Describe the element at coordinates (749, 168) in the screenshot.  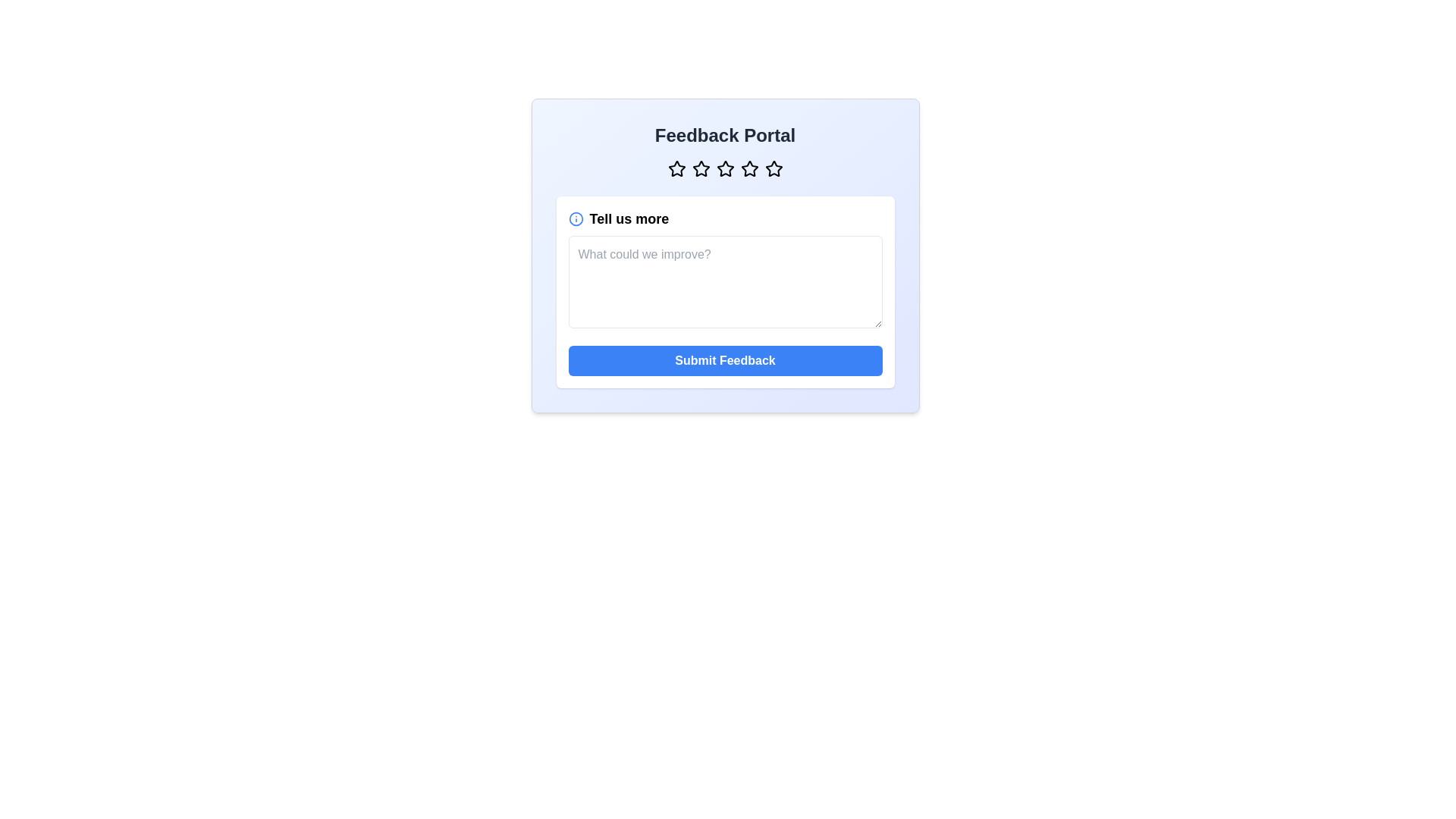
I see `the fourth star icon in the horizontal sequence of five star icons` at that location.